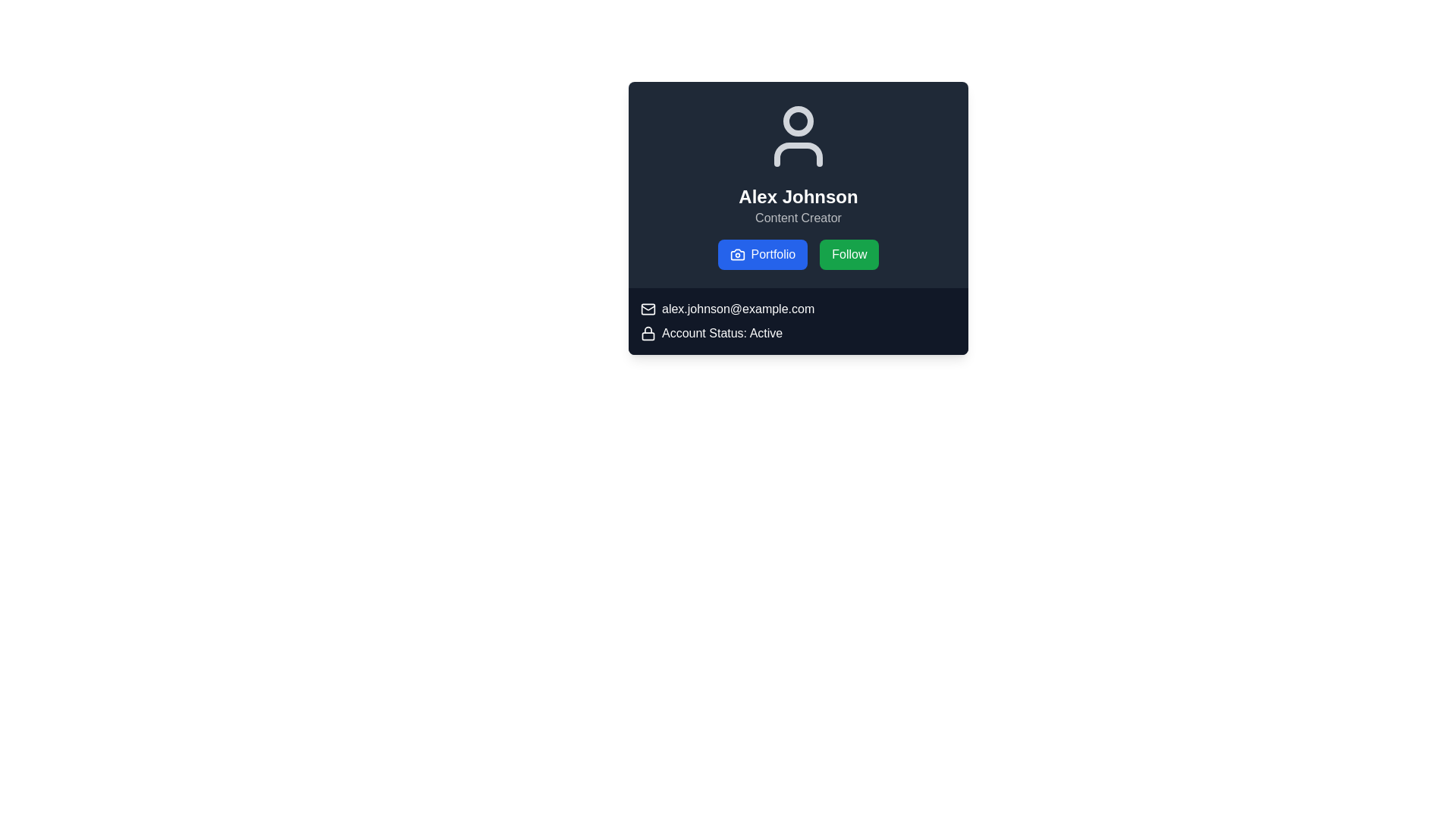 The height and width of the screenshot is (819, 1456). What do you see at coordinates (849, 253) in the screenshot?
I see `the green 'Follow' button with rounded corners` at bounding box center [849, 253].